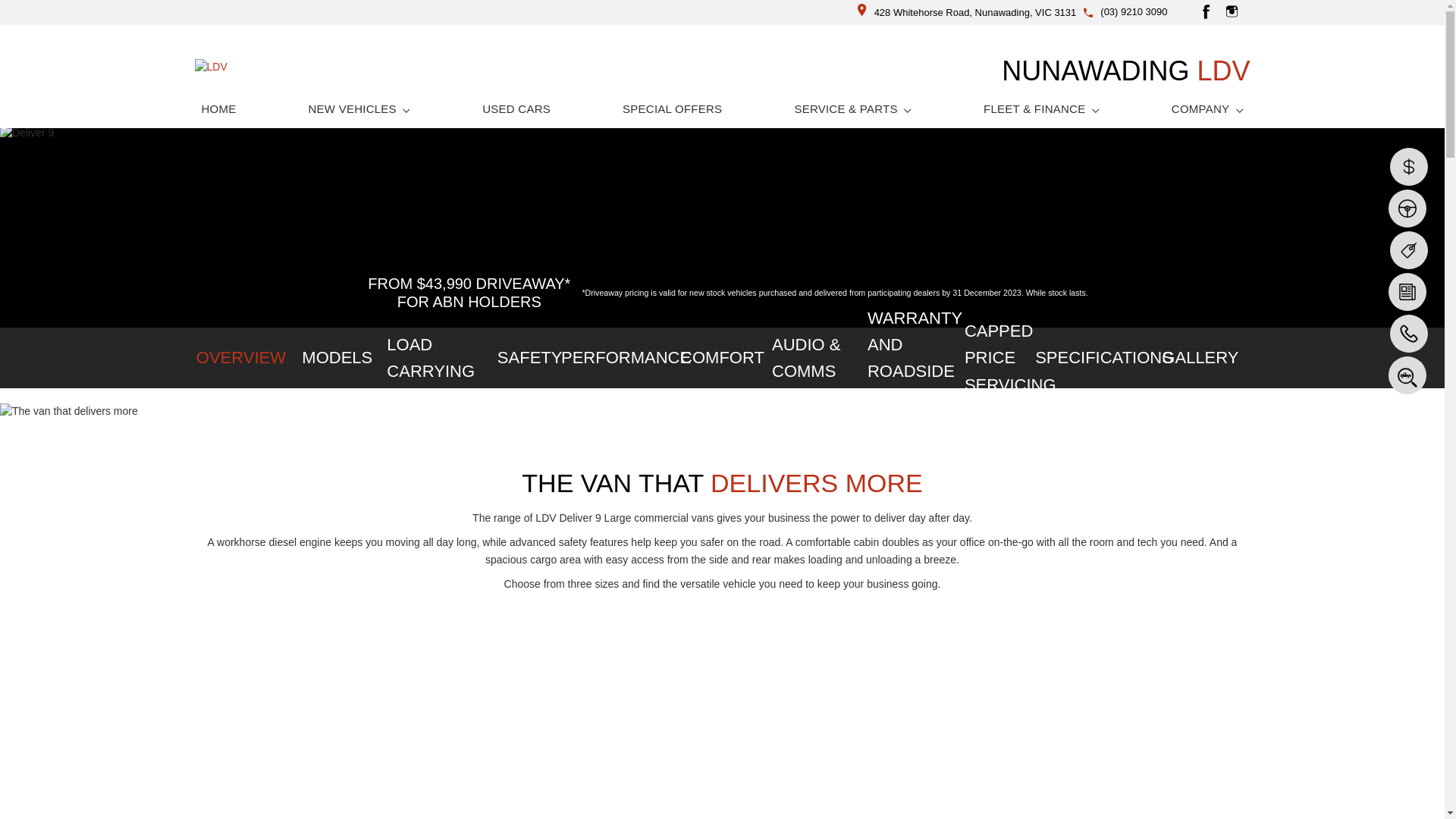 Image resolution: width=1456 pixels, height=819 pixels. I want to click on 'AUDIO & COMMS', so click(817, 357).